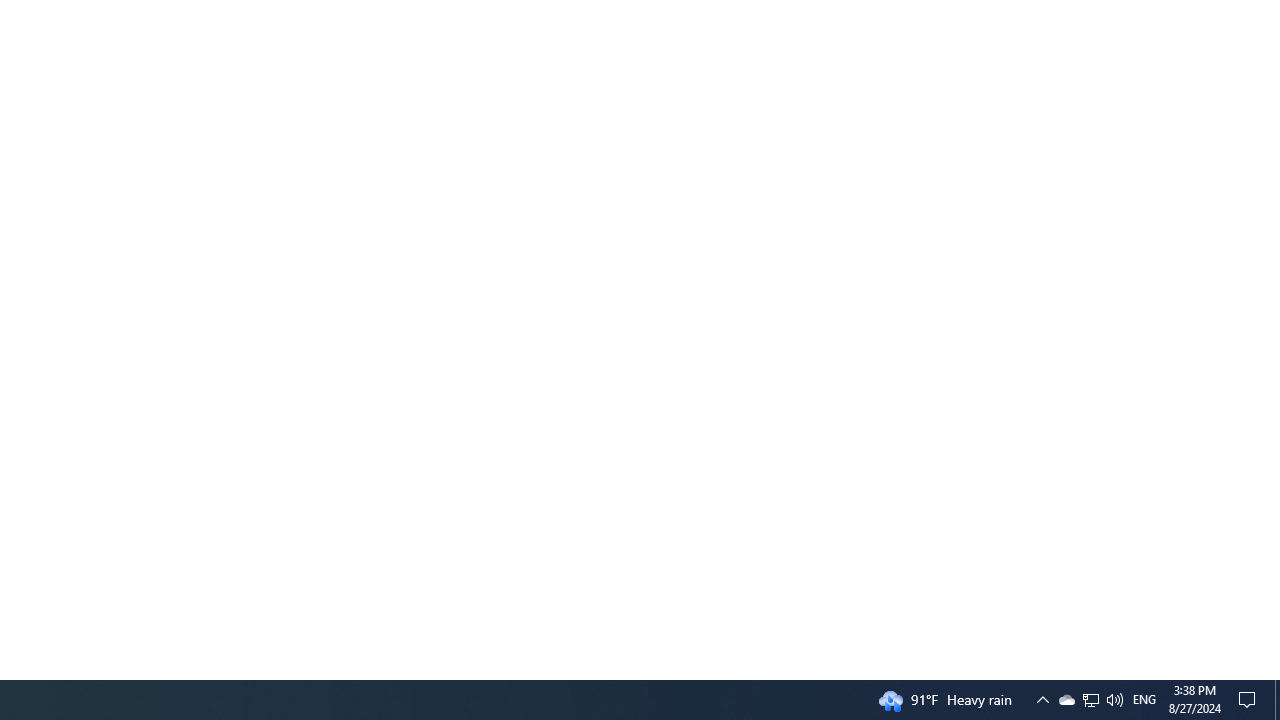  What do you see at coordinates (1113, 698) in the screenshot?
I see `'User Promoted Notification Area'` at bounding box center [1113, 698].